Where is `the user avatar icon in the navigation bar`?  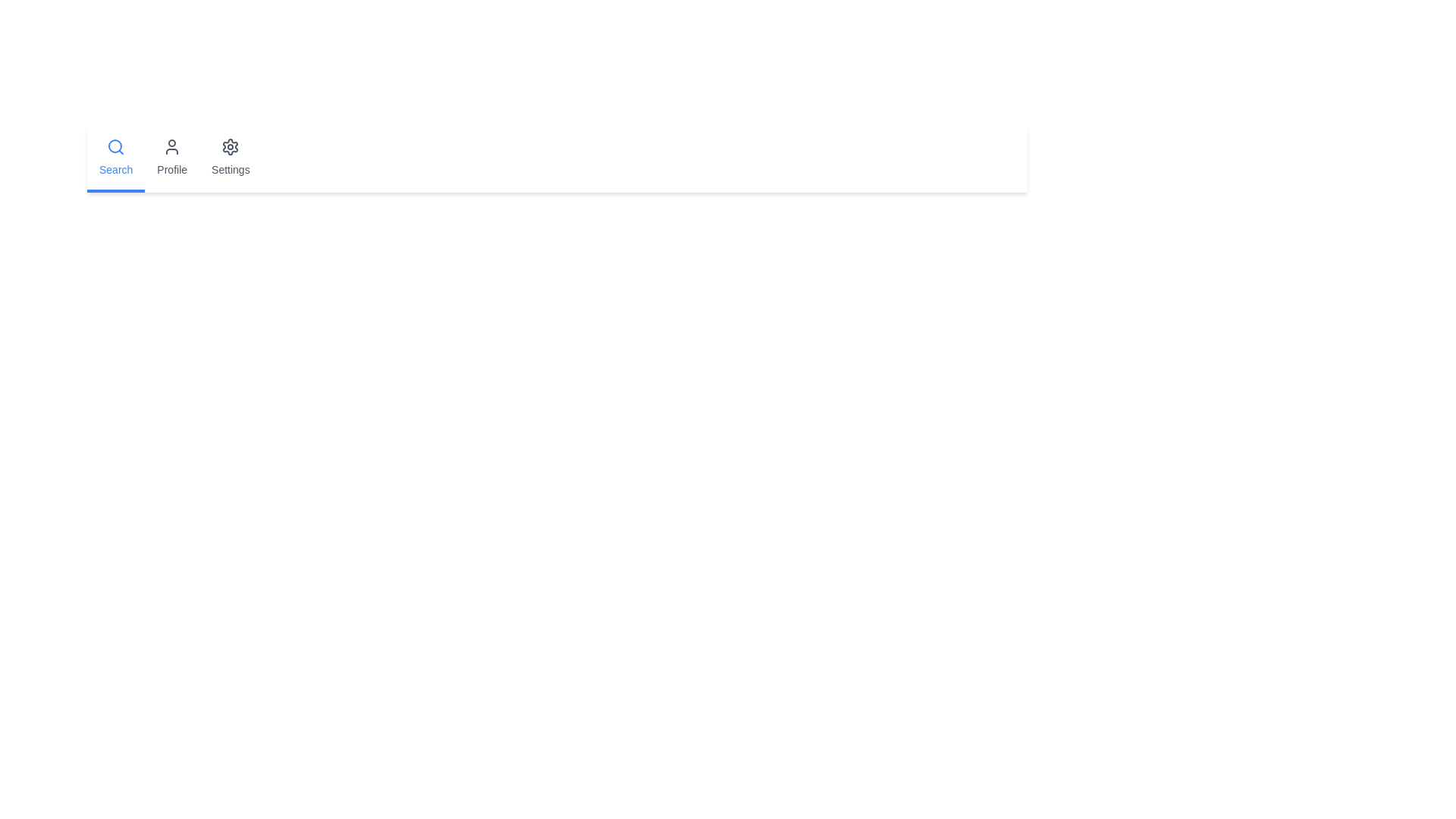 the user avatar icon in the navigation bar is located at coordinates (172, 146).